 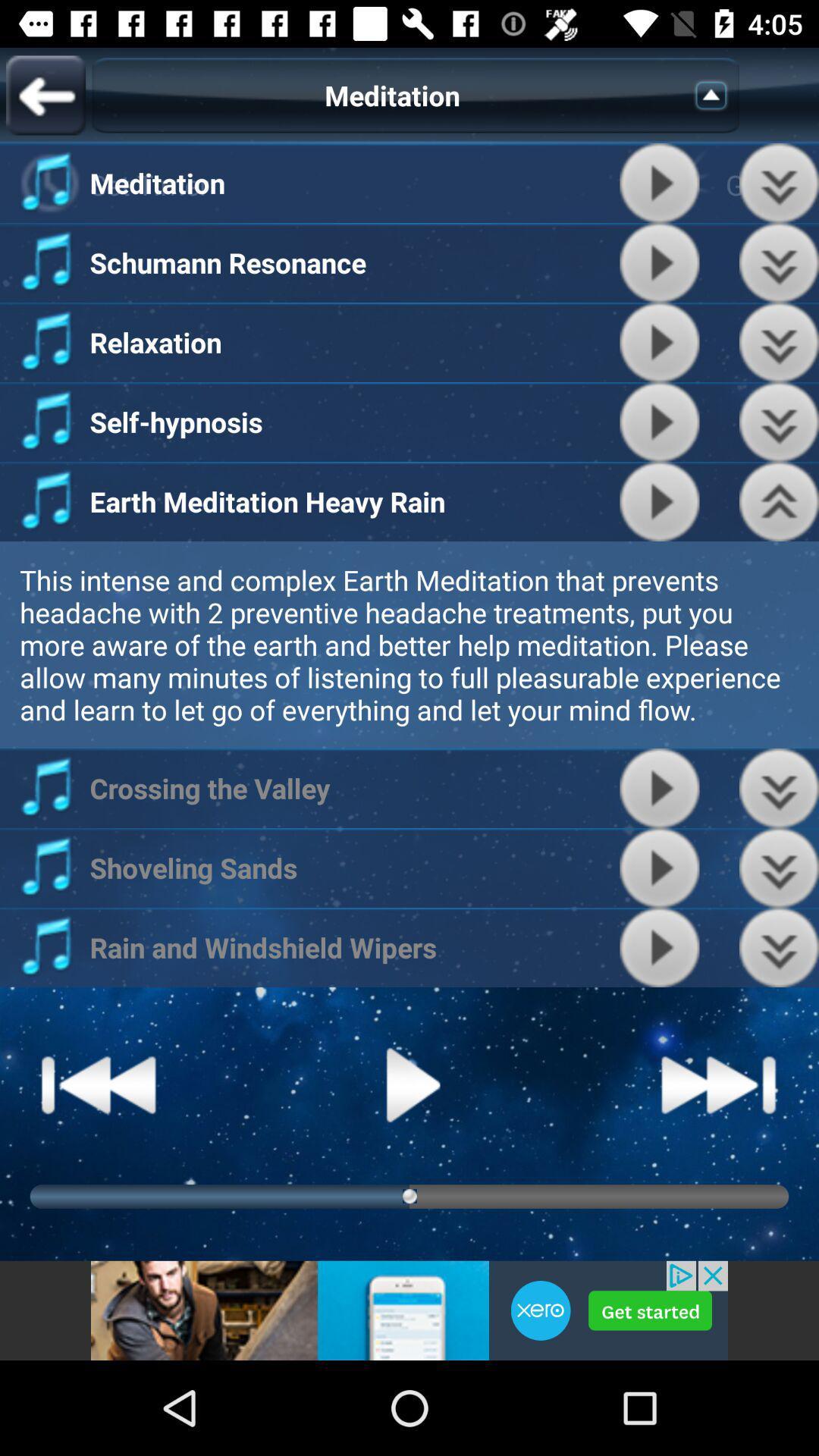 I want to click on the play, so click(x=659, y=868).